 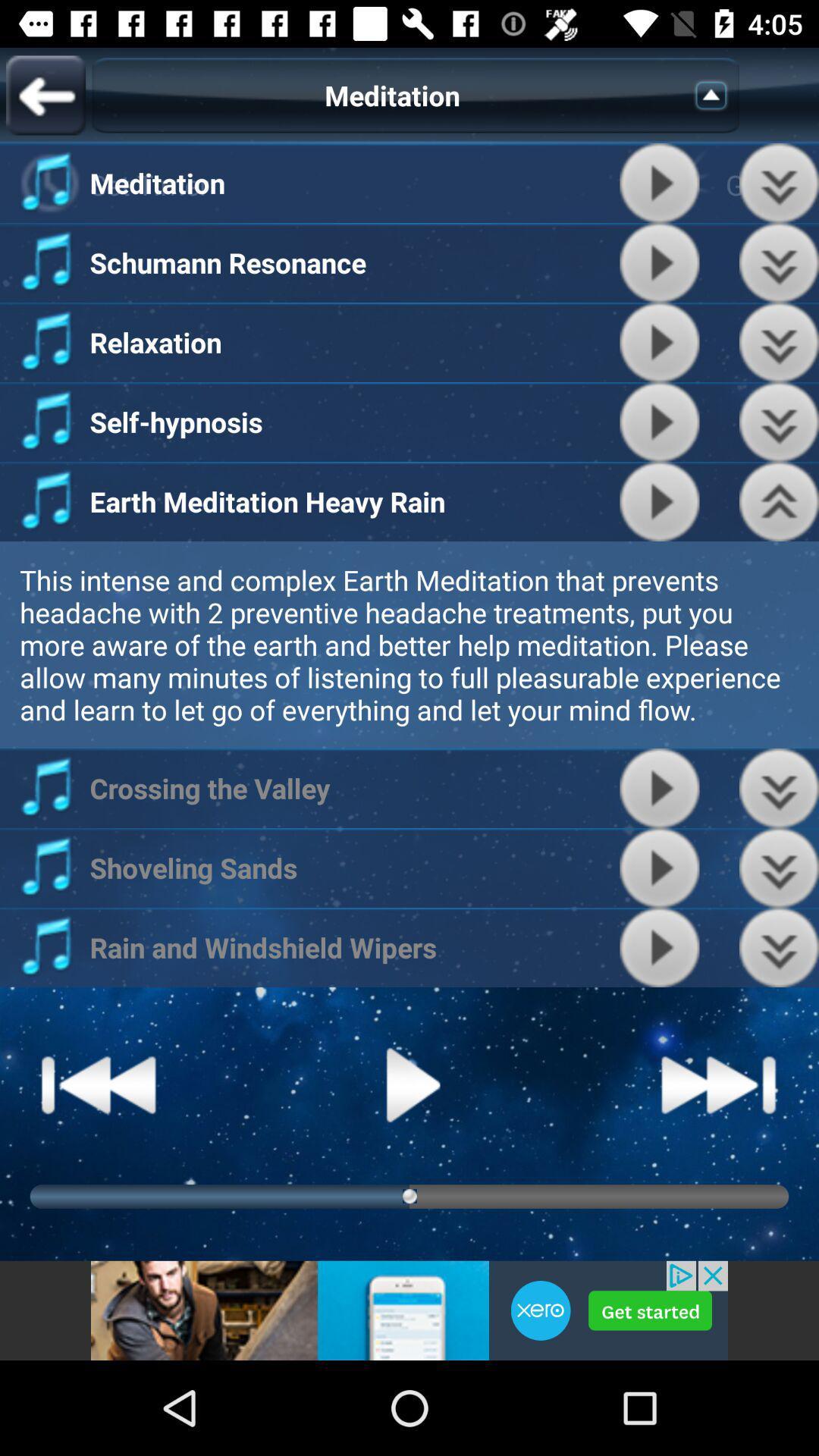 I want to click on the play, so click(x=659, y=868).